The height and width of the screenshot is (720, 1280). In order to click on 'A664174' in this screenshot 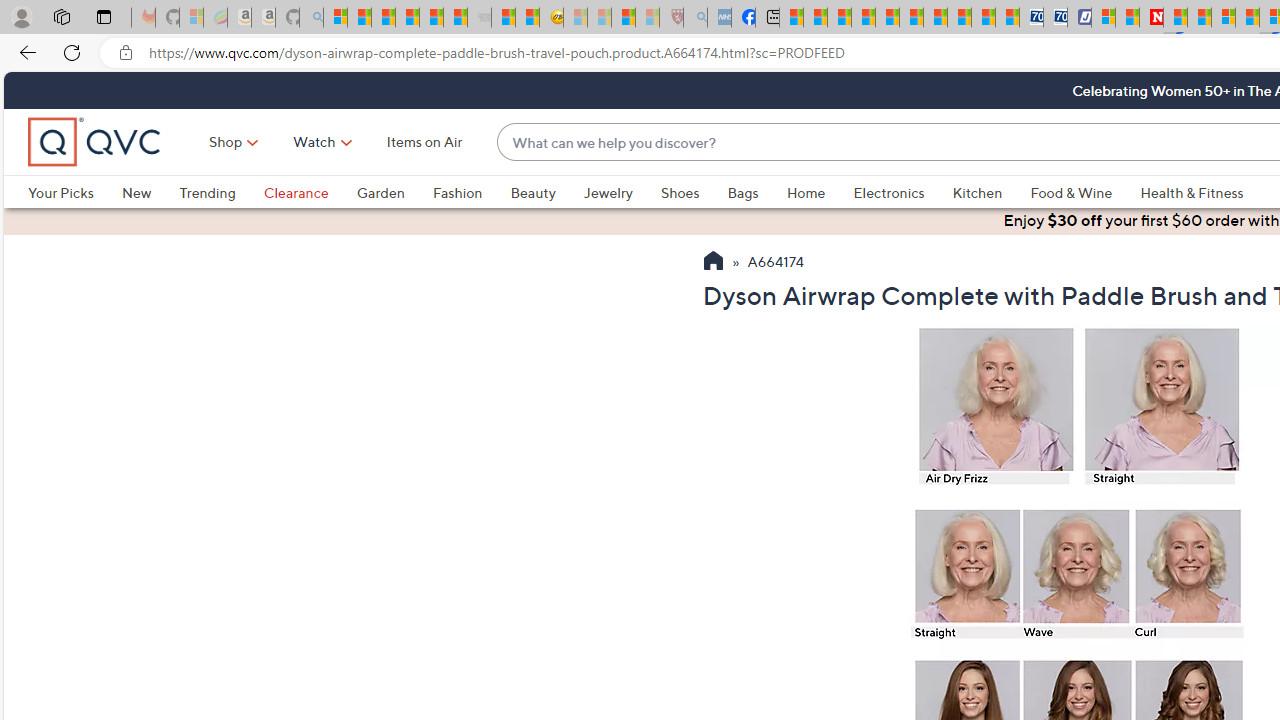, I will do `click(775, 262)`.